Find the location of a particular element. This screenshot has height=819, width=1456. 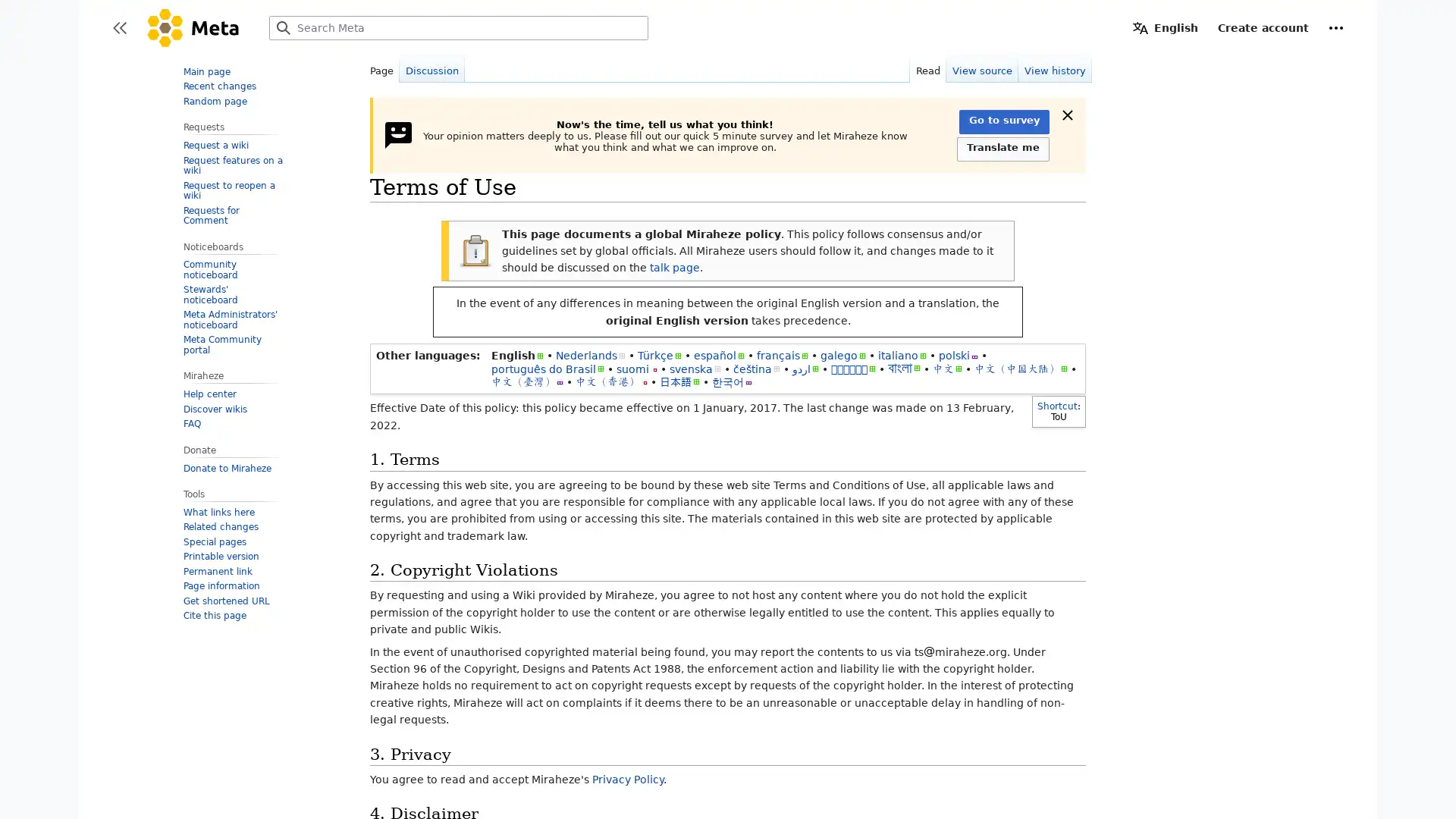

Search is located at coordinates (284, 28).